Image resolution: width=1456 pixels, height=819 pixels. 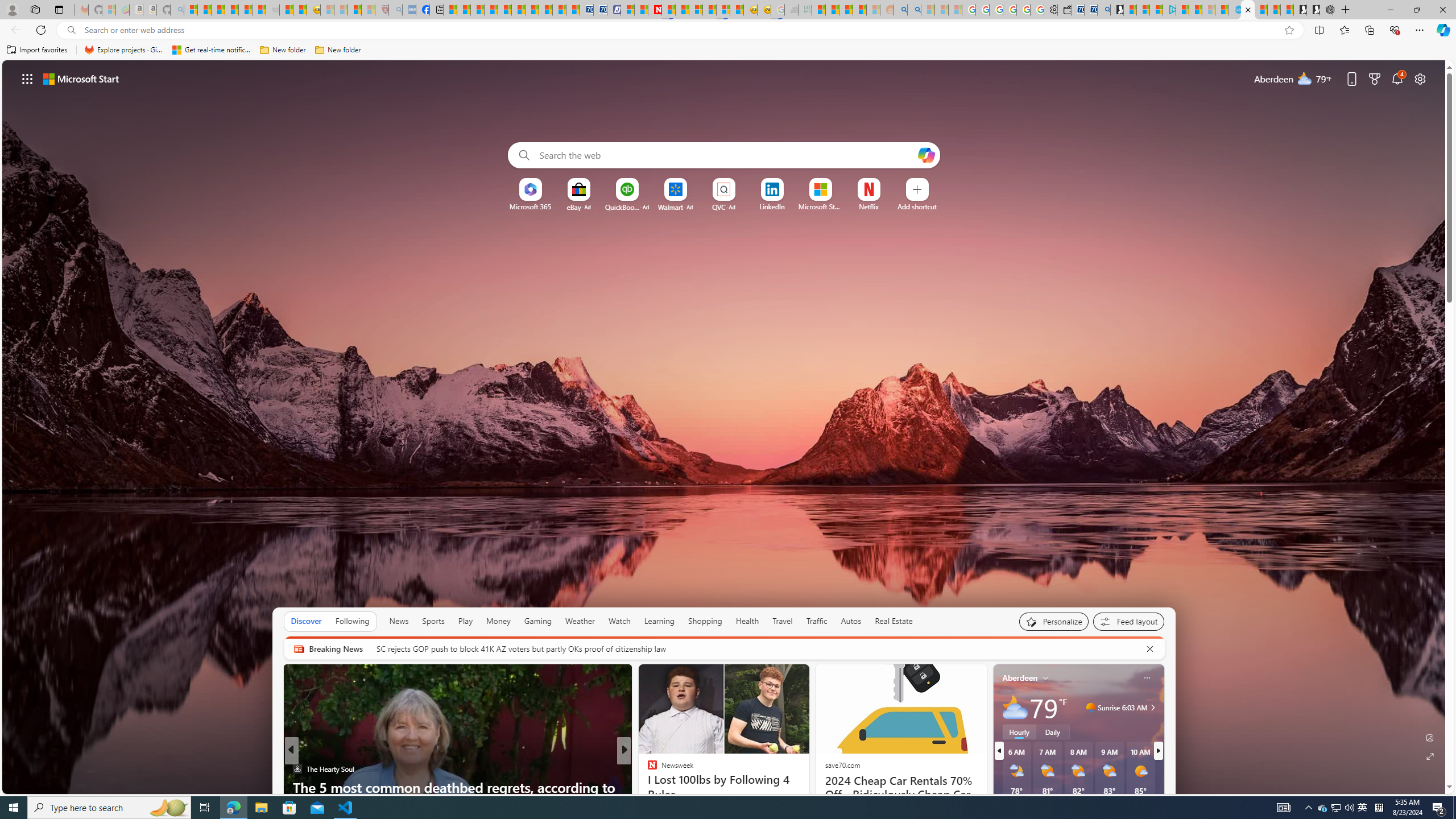 What do you see at coordinates (869, 206) in the screenshot?
I see `'Netflix'` at bounding box center [869, 206].